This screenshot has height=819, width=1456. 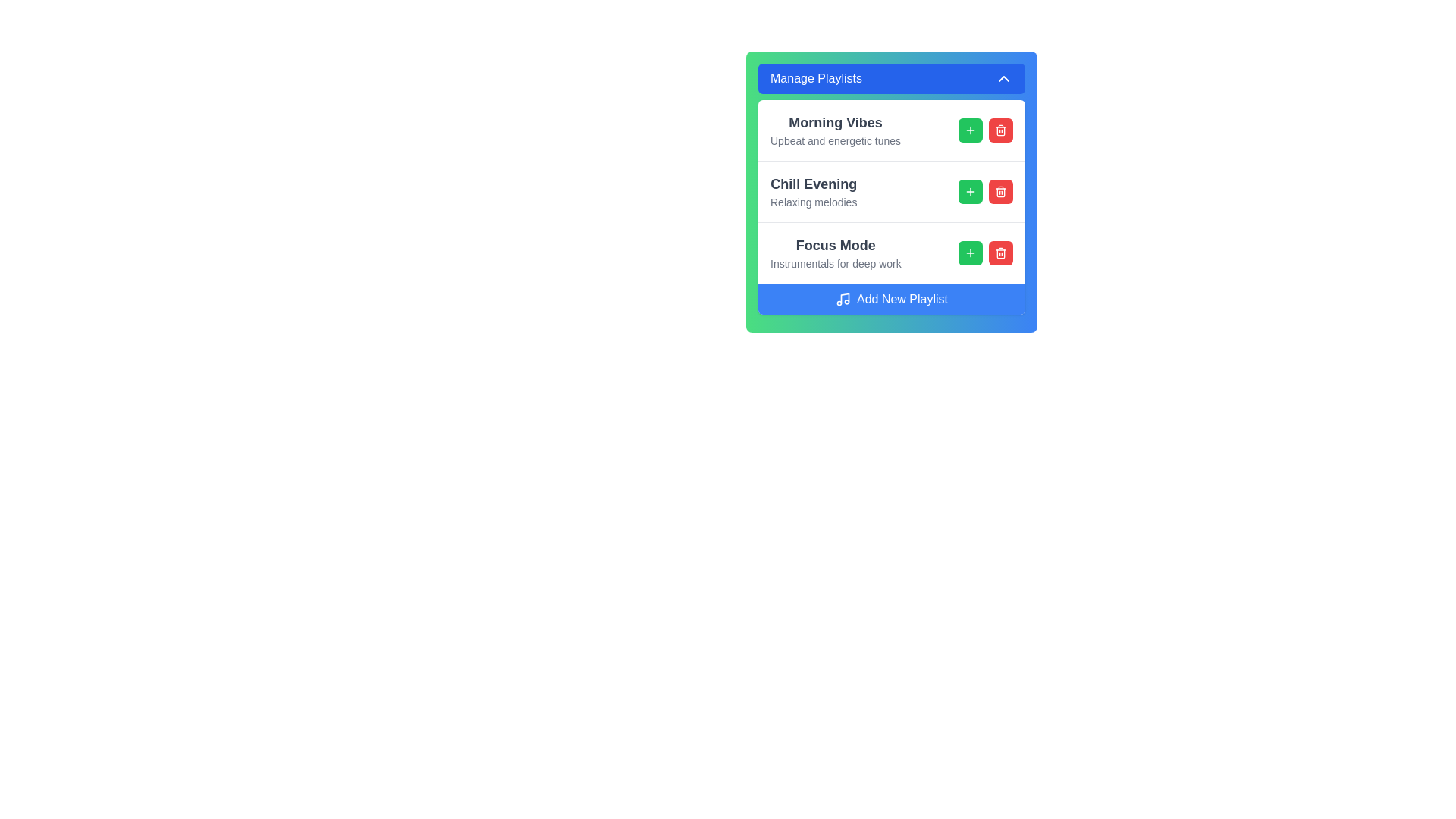 What do you see at coordinates (971, 191) in the screenshot?
I see `the green button with a '+' icon next to the 'Chill Evening' playlist entry` at bounding box center [971, 191].